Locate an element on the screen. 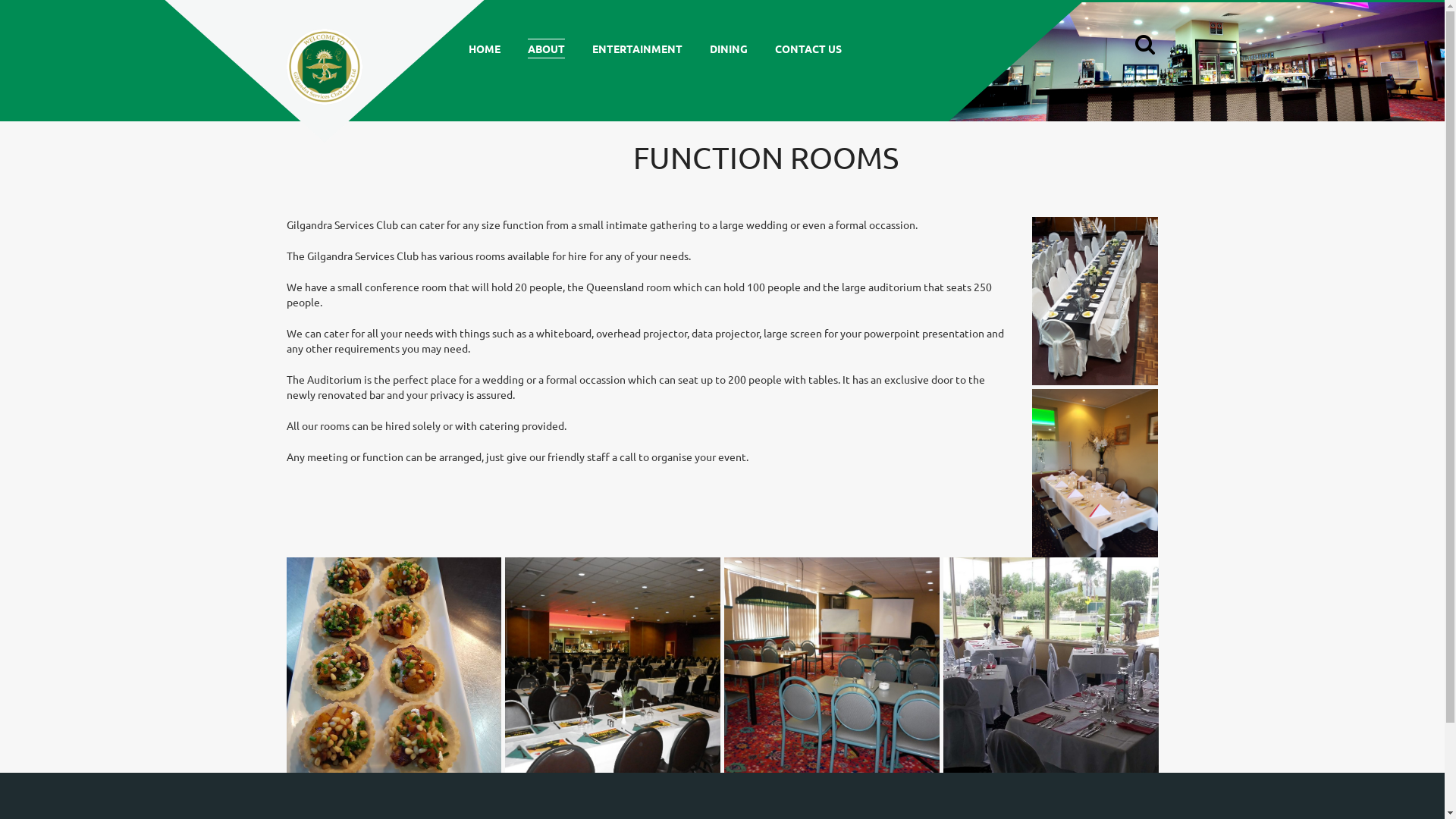  'decorx2' is located at coordinates (1095, 301).